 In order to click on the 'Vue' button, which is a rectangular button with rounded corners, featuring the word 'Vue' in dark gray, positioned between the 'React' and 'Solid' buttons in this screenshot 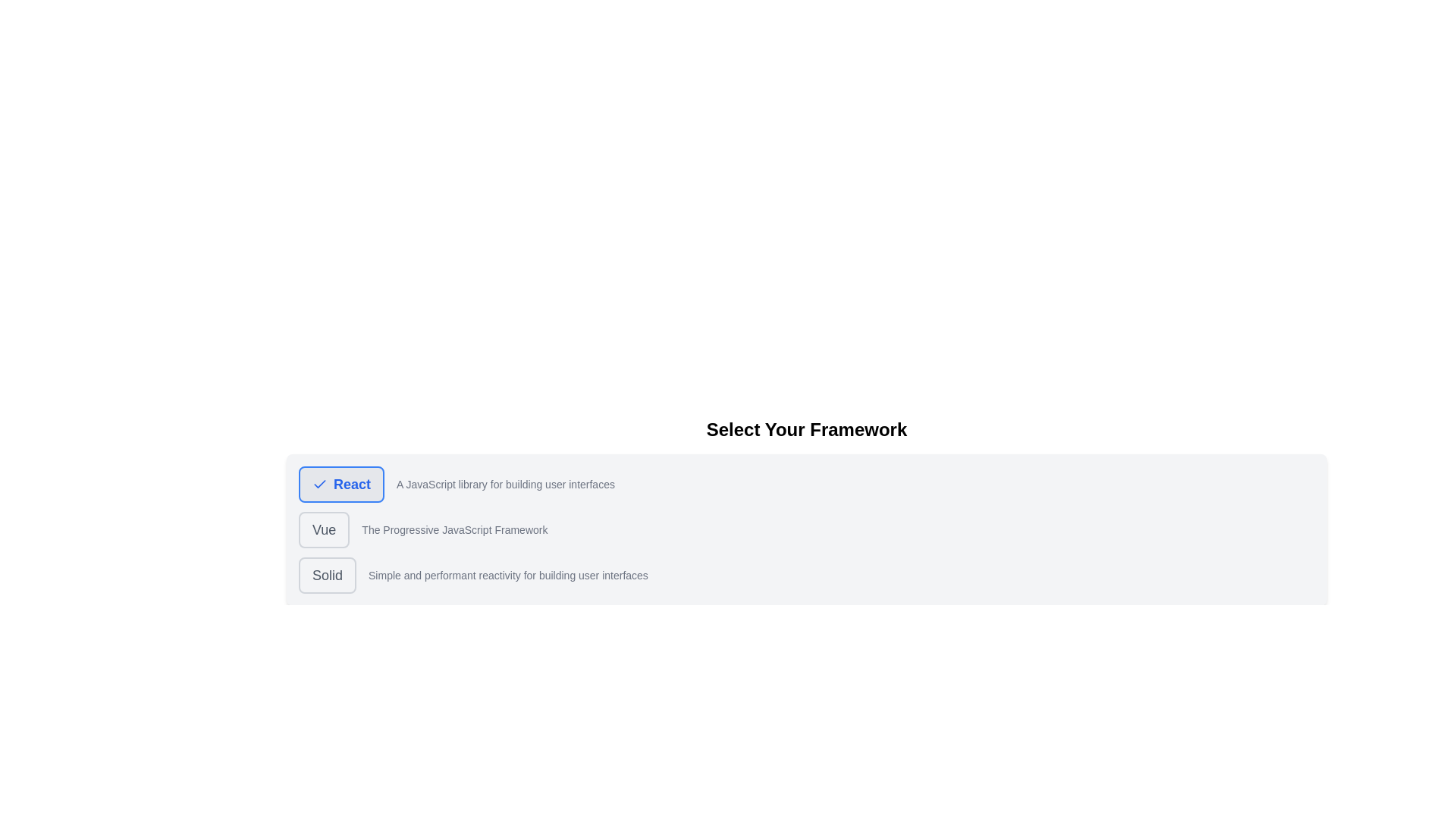, I will do `click(323, 529)`.